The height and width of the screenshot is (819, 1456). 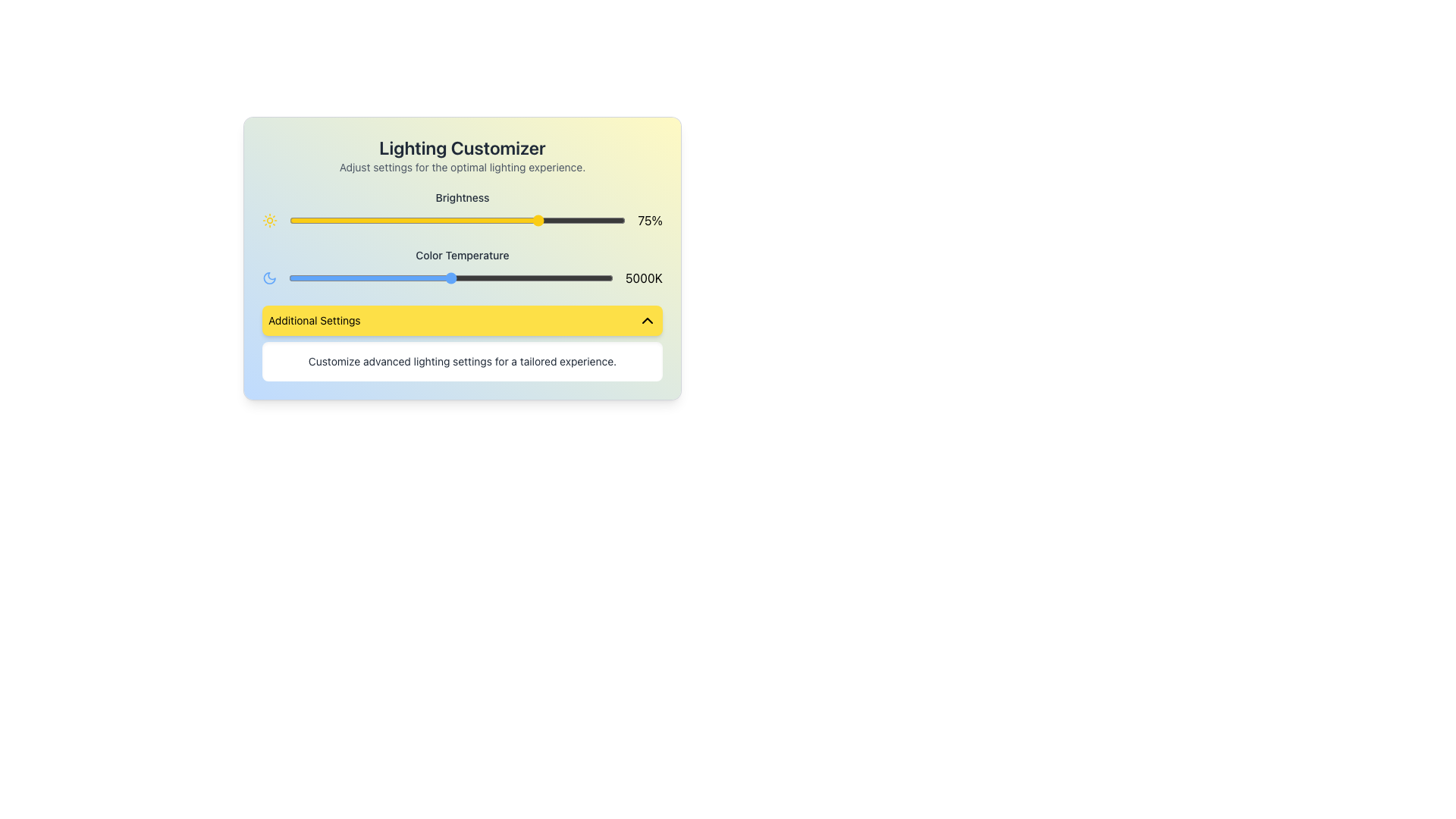 What do you see at coordinates (419, 278) in the screenshot?
I see `the color temperature` at bounding box center [419, 278].